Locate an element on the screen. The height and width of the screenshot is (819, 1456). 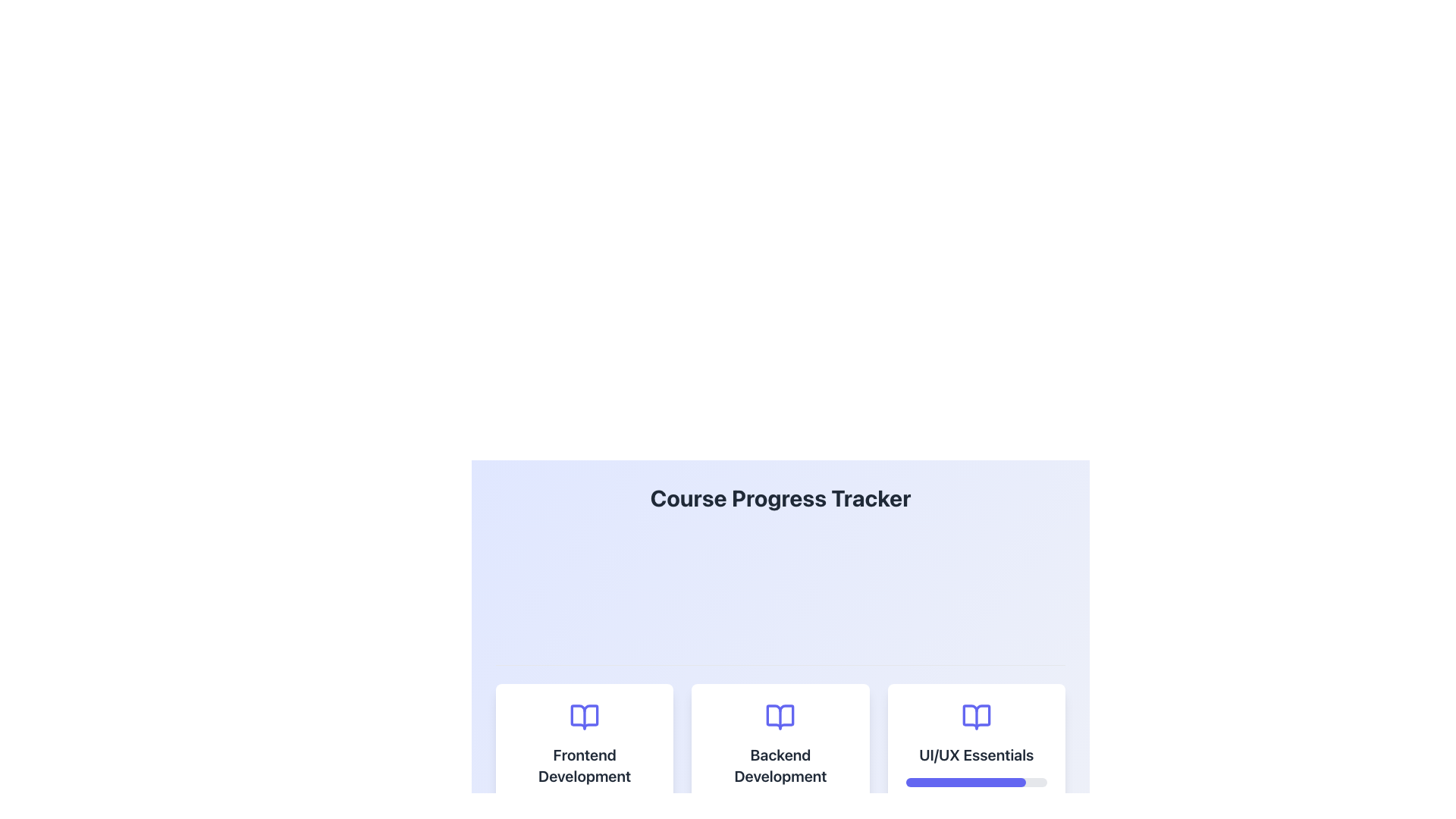
the text element displaying 'UI/UX Essentials' in a bold, large-size font, located in the upper part of the third card from the left in the 'Course Progress Tracker' section is located at coordinates (976, 755).